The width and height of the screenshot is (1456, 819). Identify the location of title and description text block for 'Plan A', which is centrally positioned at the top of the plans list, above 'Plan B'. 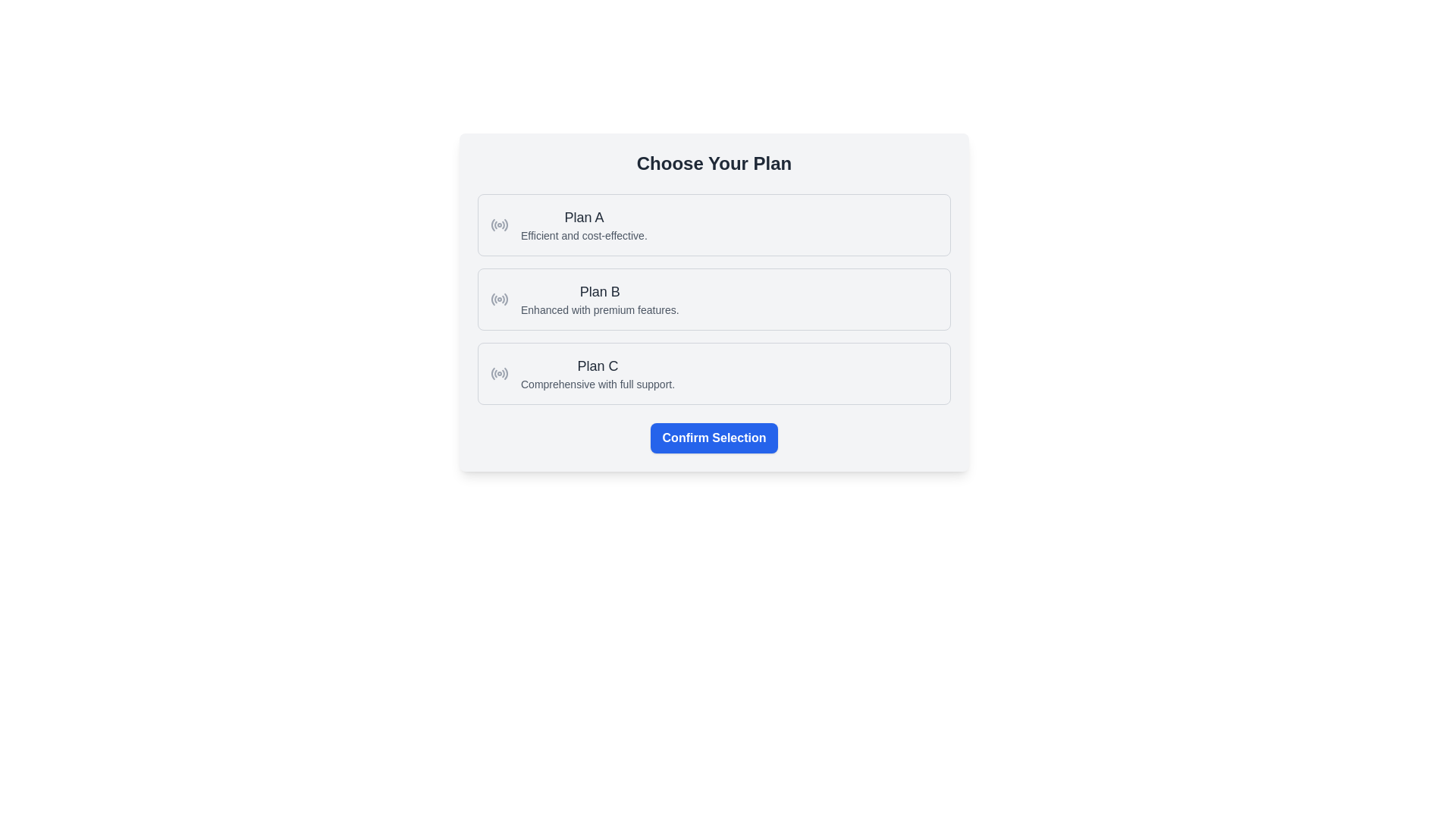
(583, 225).